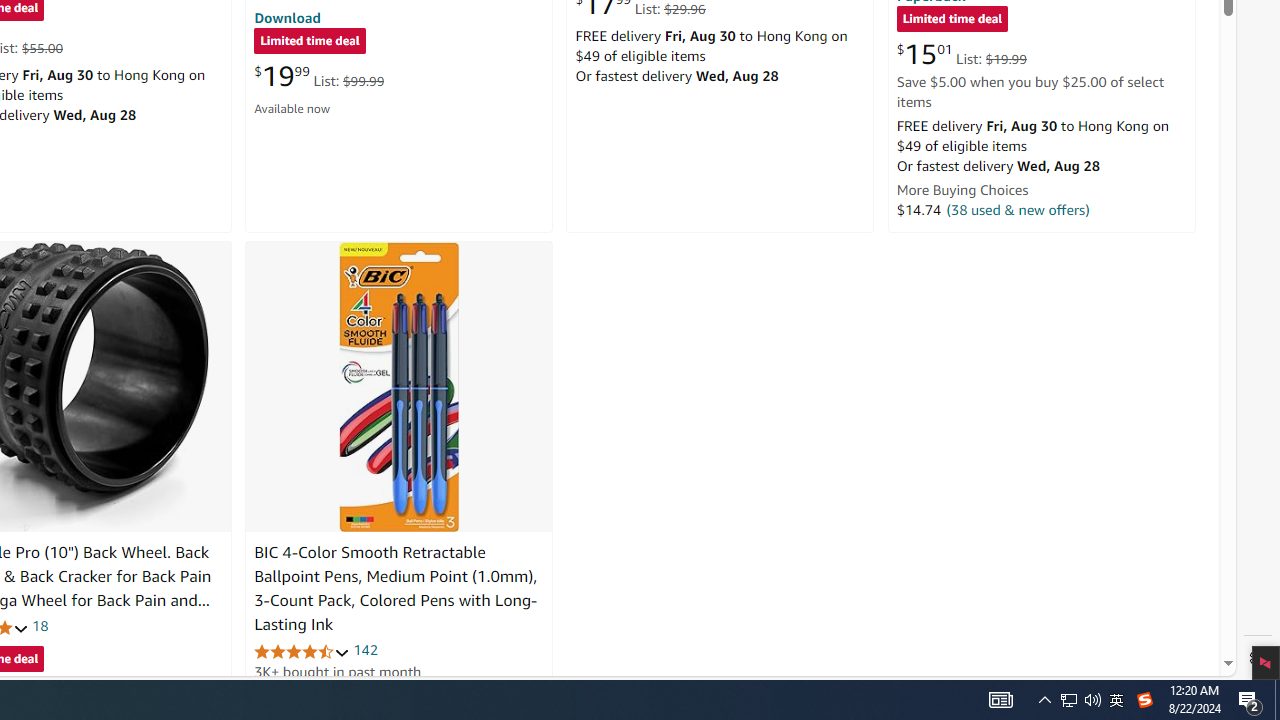 This screenshot has width=1280, height=720. I want to click on '4.6 out of 5 stars', so click(301, 651).